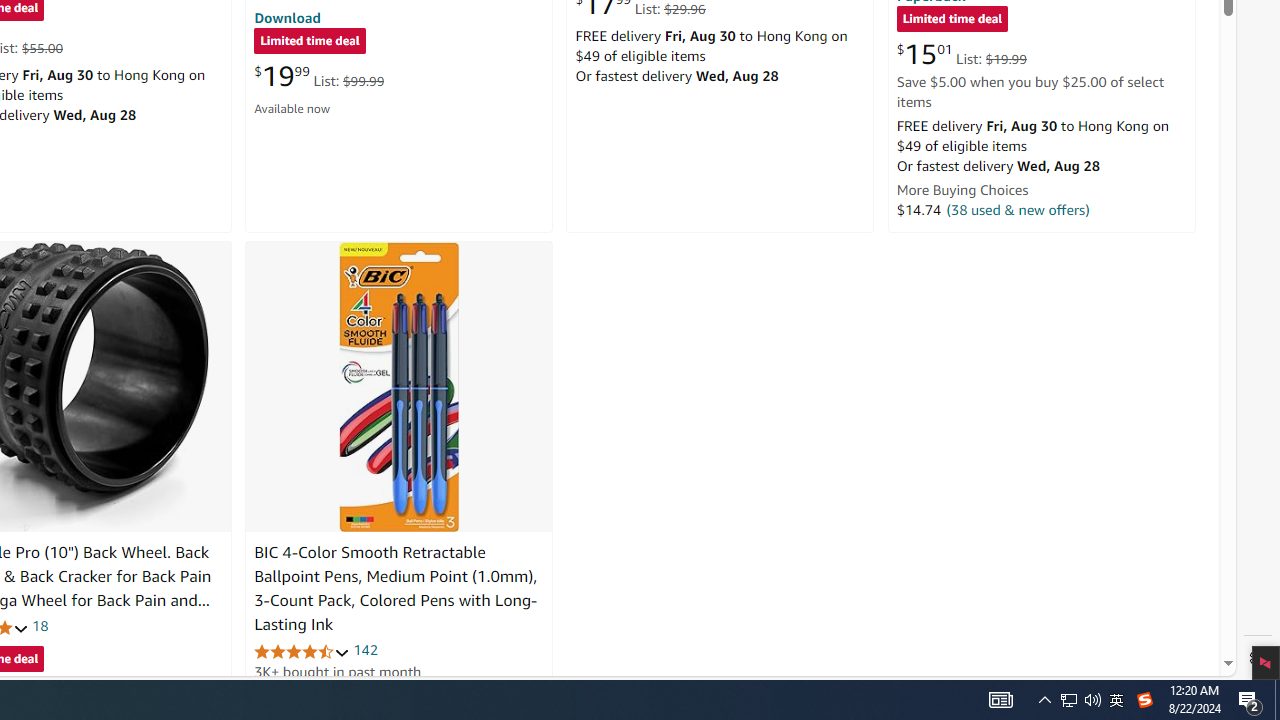 This screenshot has width=1280, height=720. I want to click on '4.6 out of 5 stars', so click(301, 651).